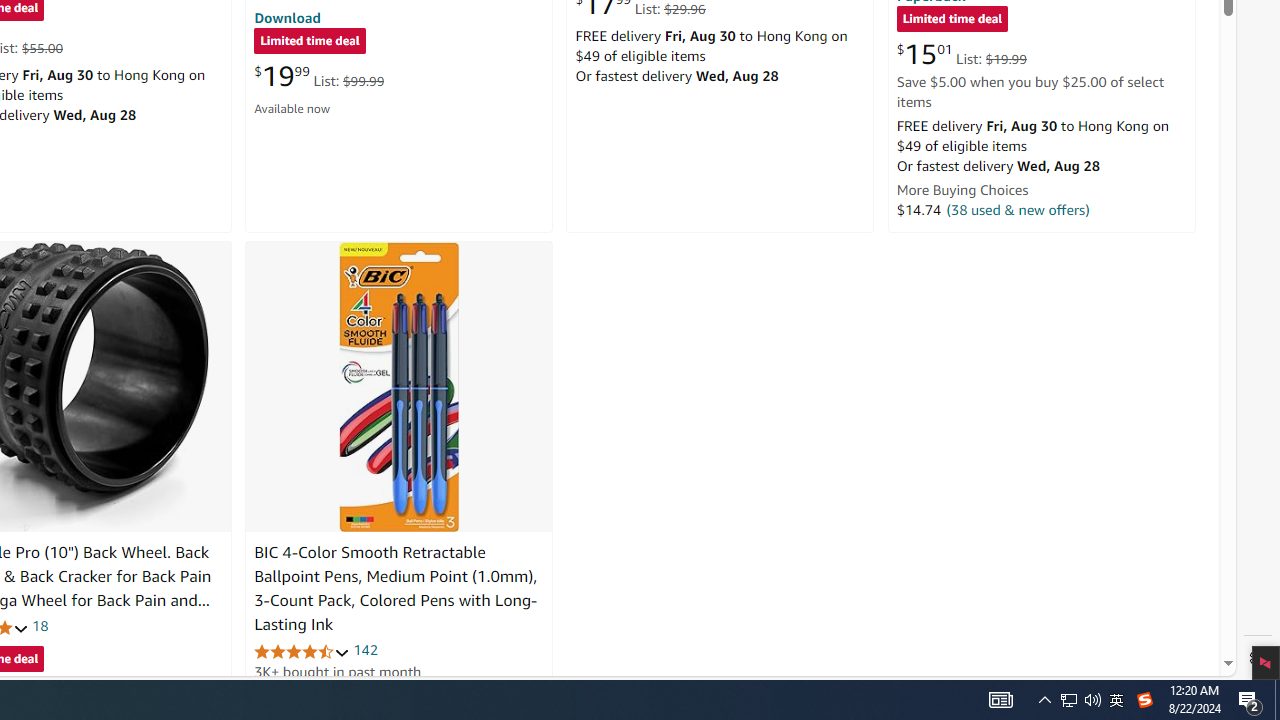 This screenshot has width=1280, height=720. I want to click on '4.6 out of 5 stars', so click(301, 651).